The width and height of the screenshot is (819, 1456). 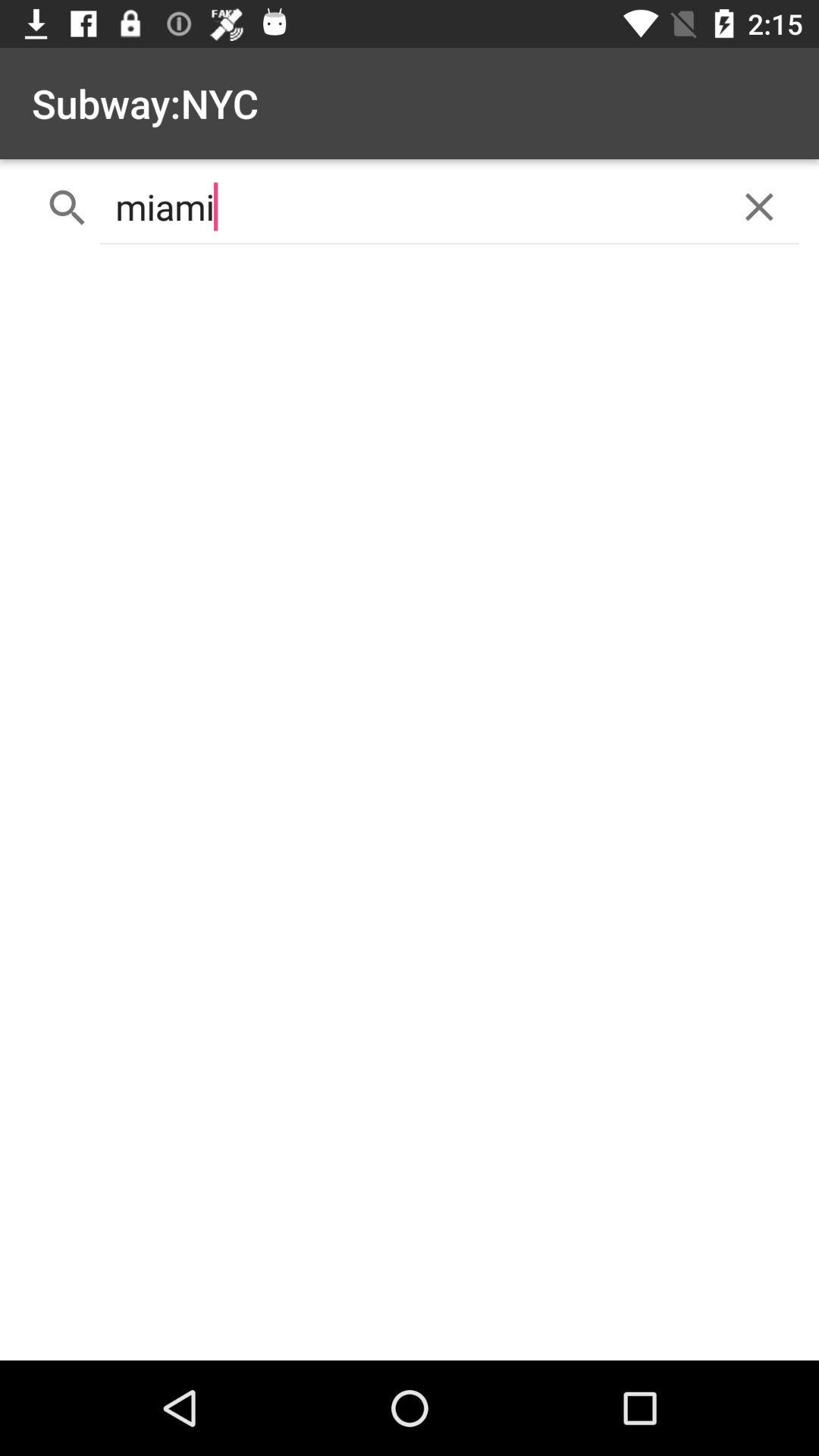 What do you see at coordinates (409, 808) in the screenshot?
I see `item at the center` at bounding box center [409, 808].